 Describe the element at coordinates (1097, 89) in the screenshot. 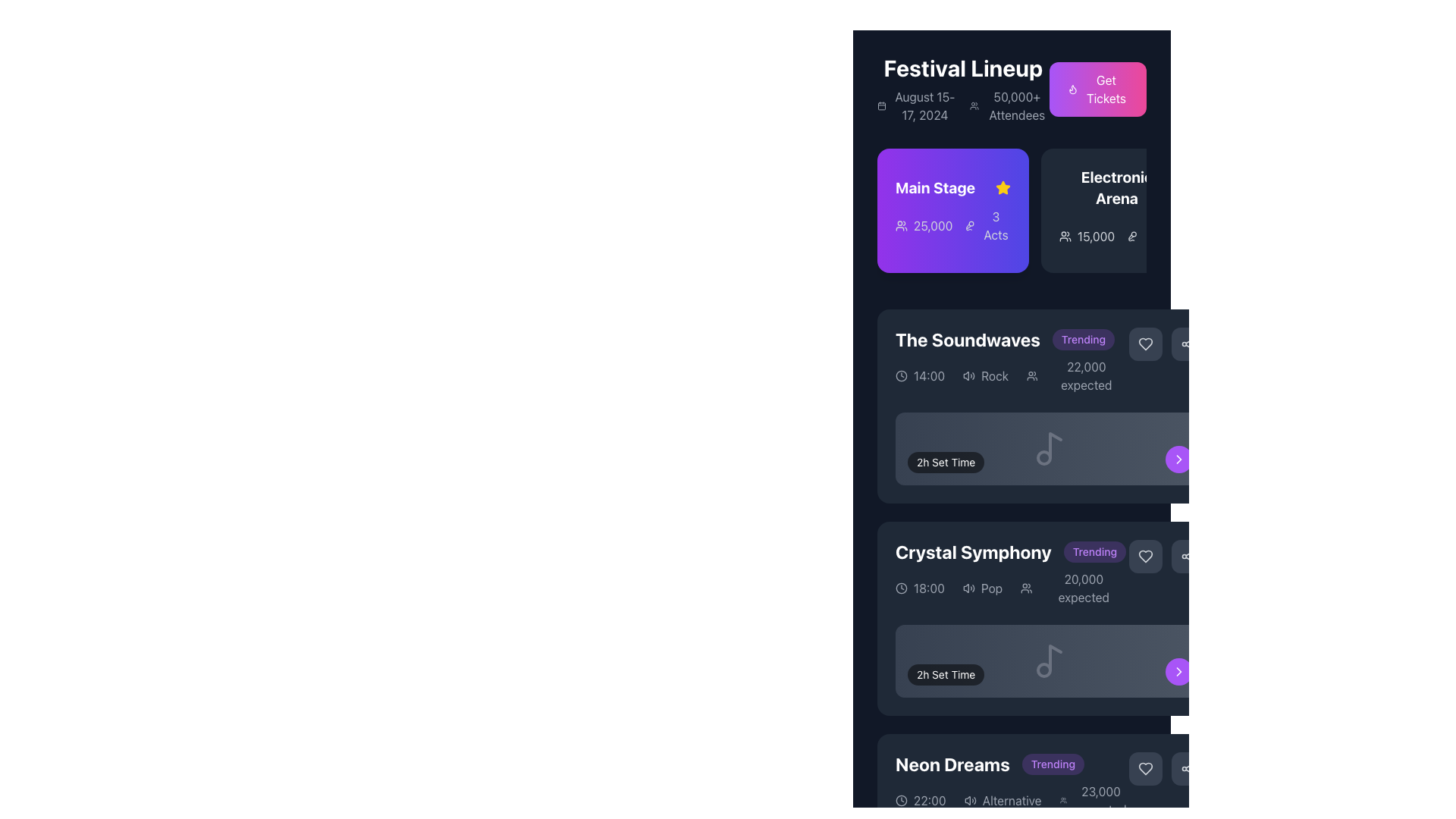

I see `the 'Get Tickets' button with a gradient background transitioning from purple to pink, which contains a flame icon` at that location.